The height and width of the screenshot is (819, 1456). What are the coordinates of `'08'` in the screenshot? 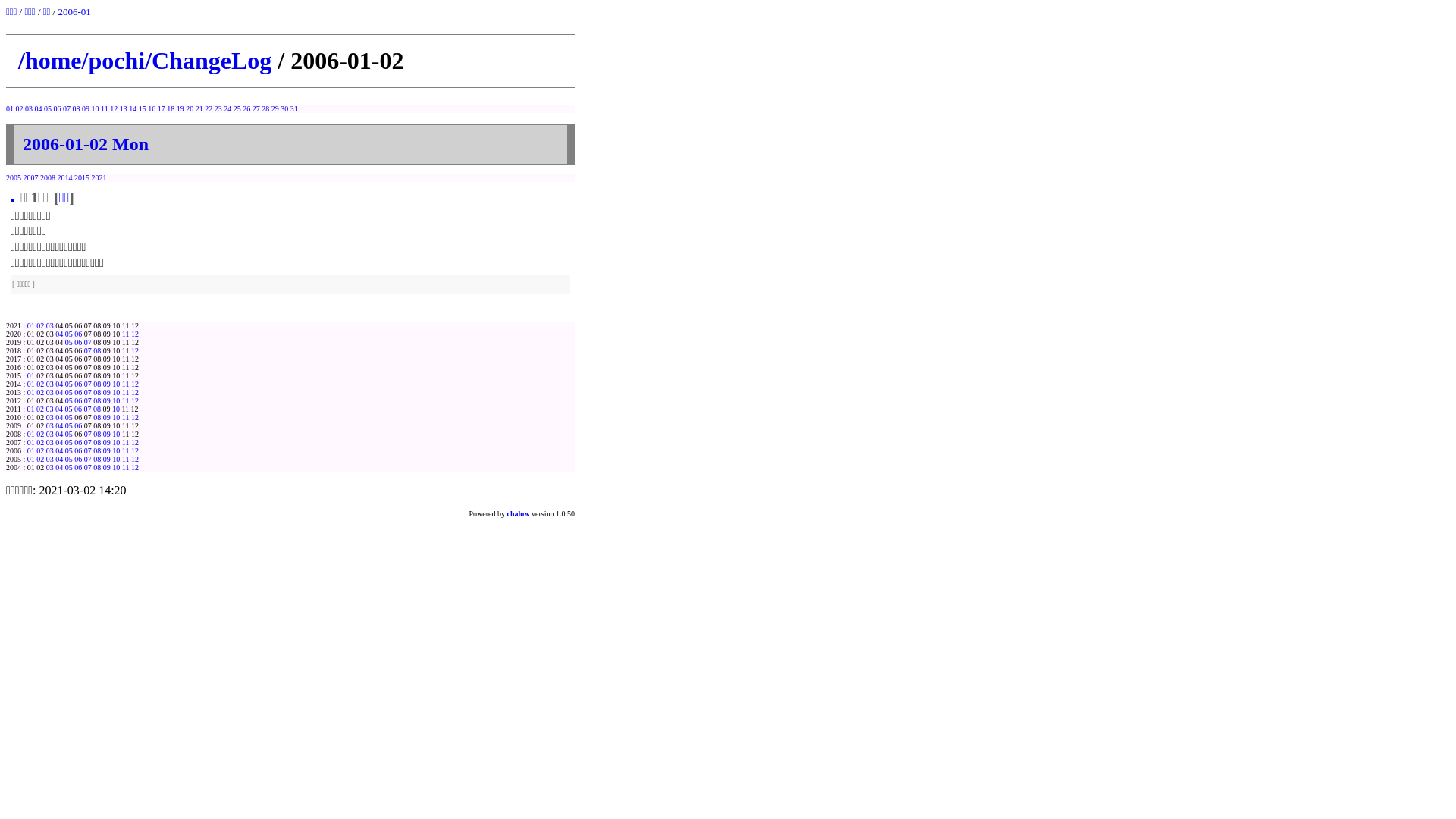 It's located at (96, 383).